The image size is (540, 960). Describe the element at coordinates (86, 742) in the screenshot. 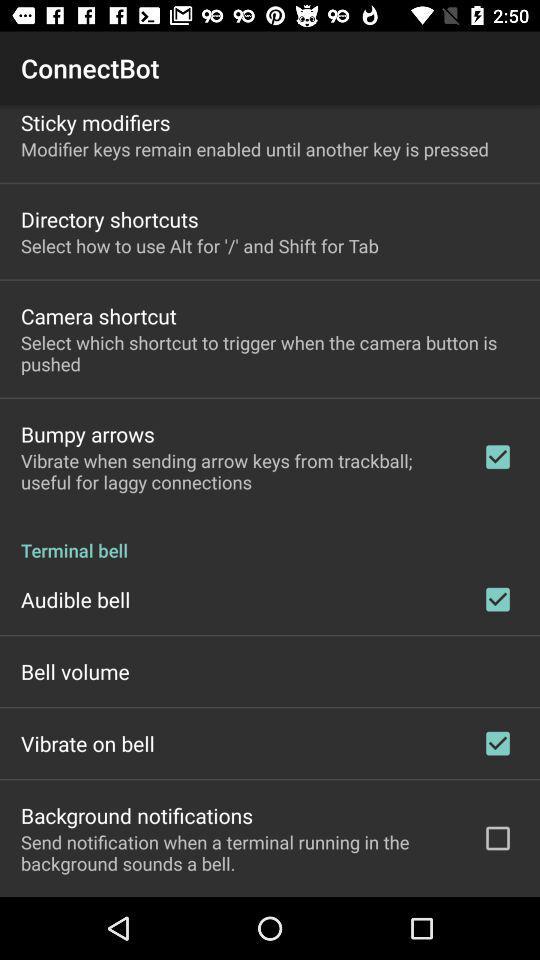

I see `the app above the background notifications app` at that location.